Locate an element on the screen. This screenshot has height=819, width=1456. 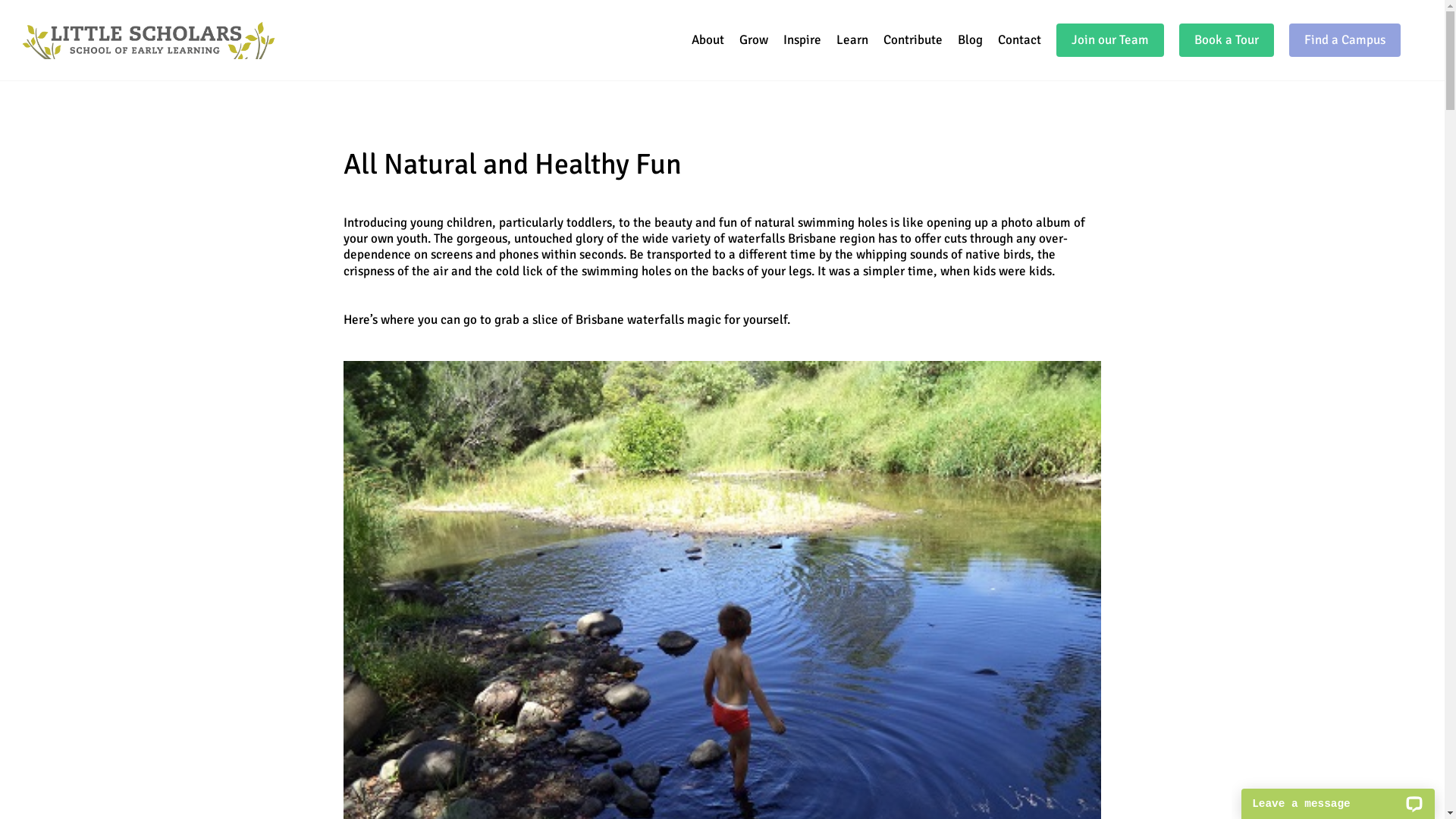
'Book a Tour' is located at coordinates (1226, 39).